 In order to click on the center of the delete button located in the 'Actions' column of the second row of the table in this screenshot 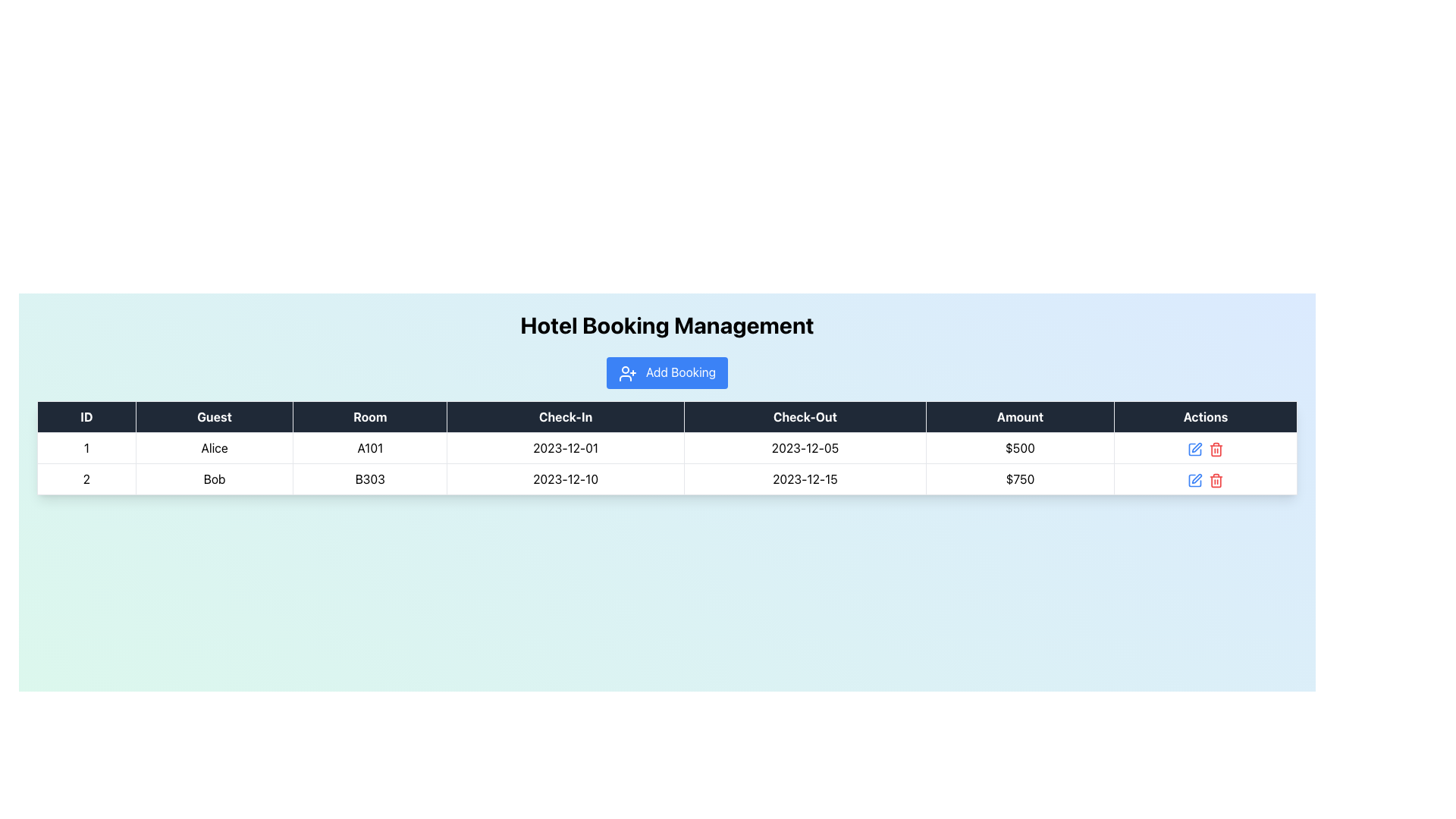, I will do `click(1216, 448)`.